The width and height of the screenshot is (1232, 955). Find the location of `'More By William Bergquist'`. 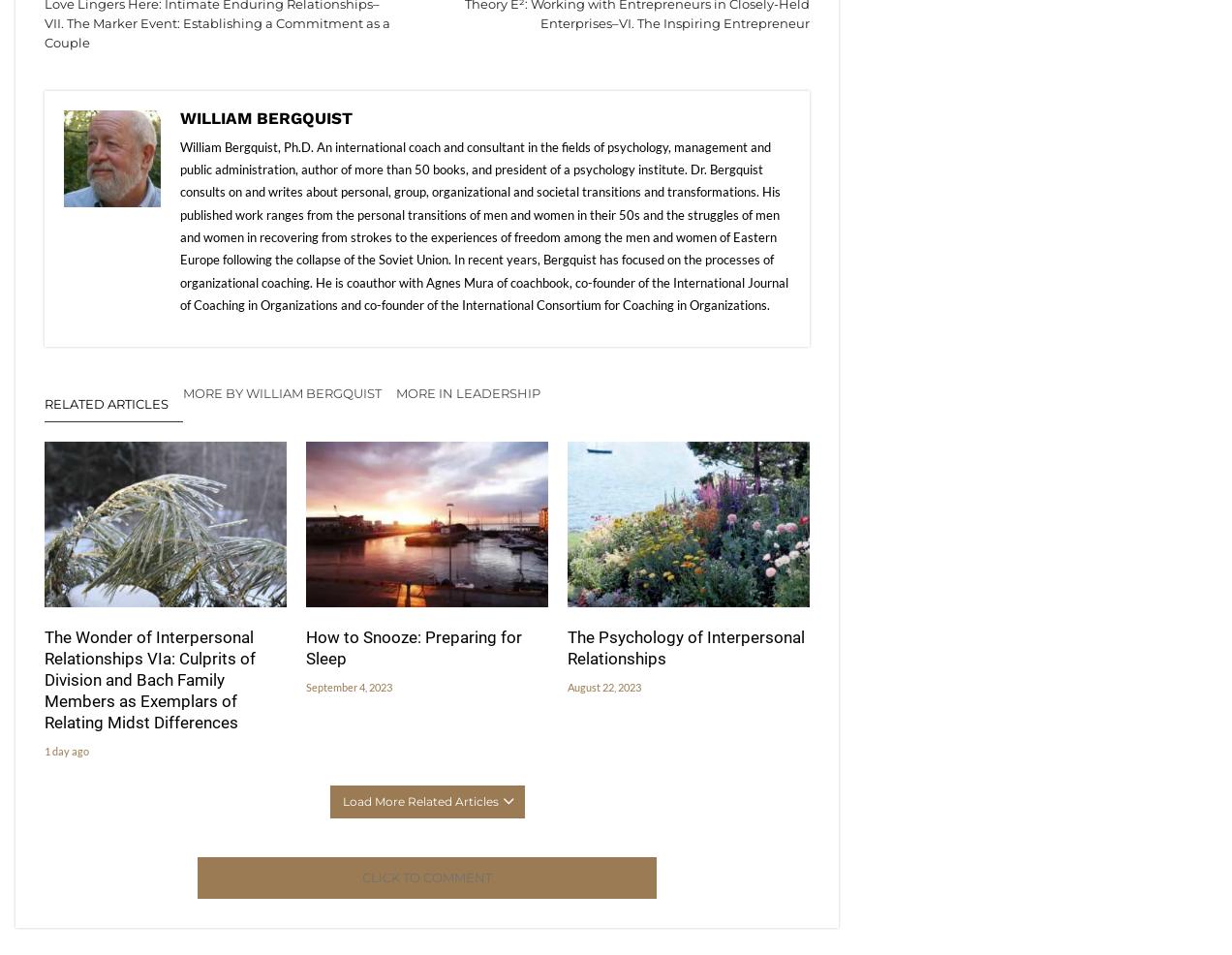

'More By William Bergquist' is located at coordinates (183, 391).